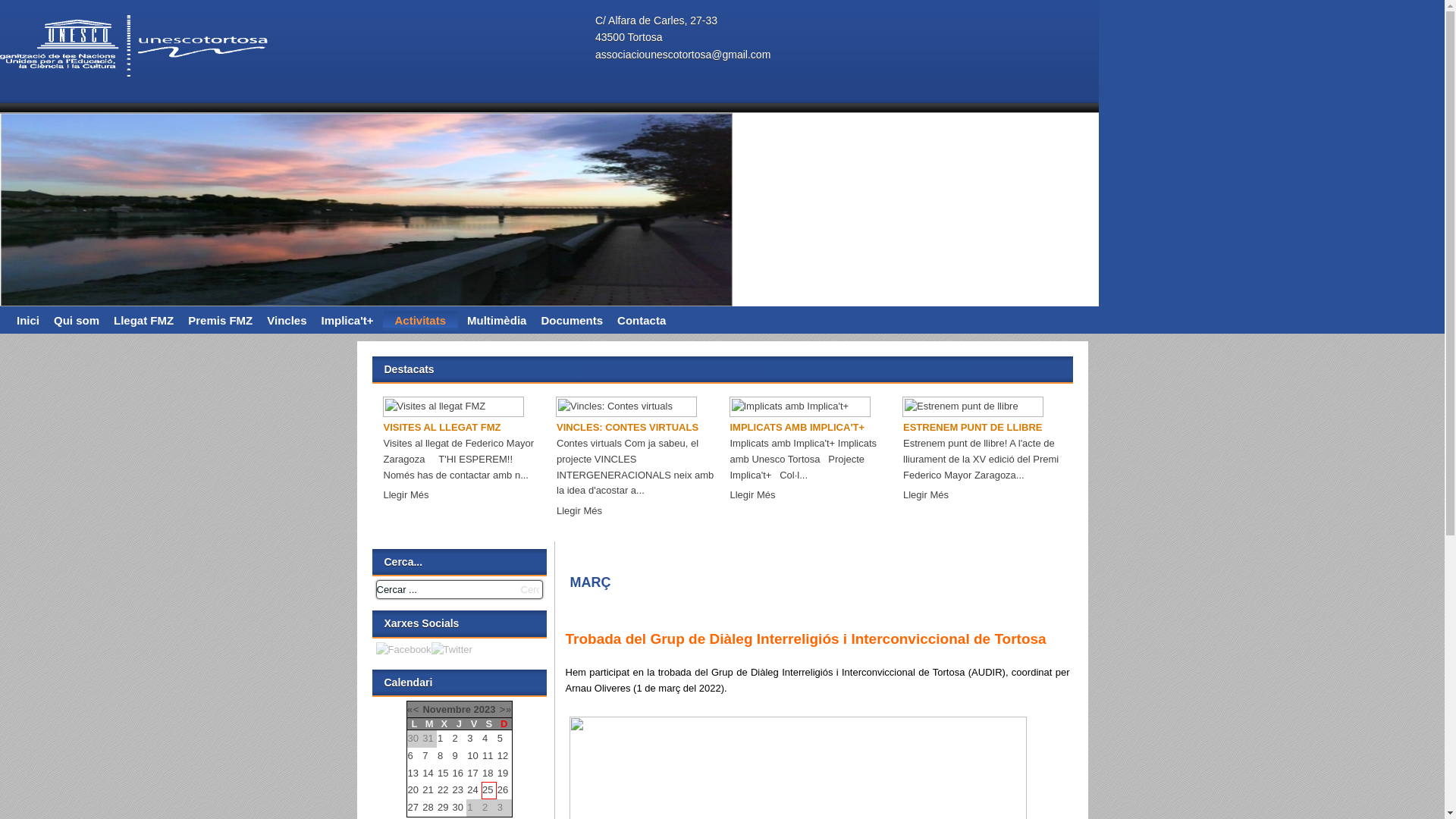  What do you see at coordinates (466, 755) in the screenshot?
I see `'10'` at bounding box center [466, 755].